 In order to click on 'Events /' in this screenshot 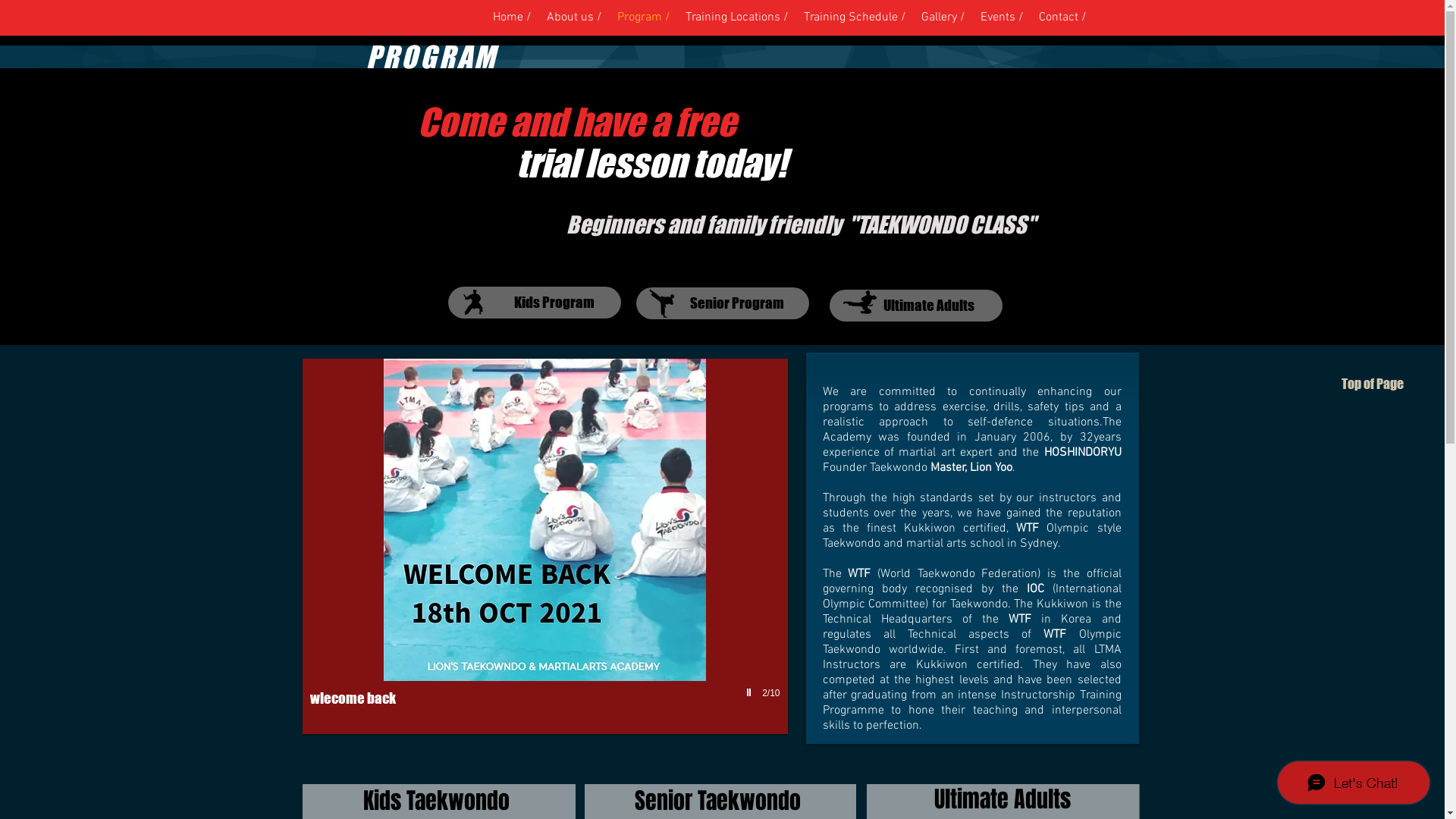, I will do `click(1001, 17)`.